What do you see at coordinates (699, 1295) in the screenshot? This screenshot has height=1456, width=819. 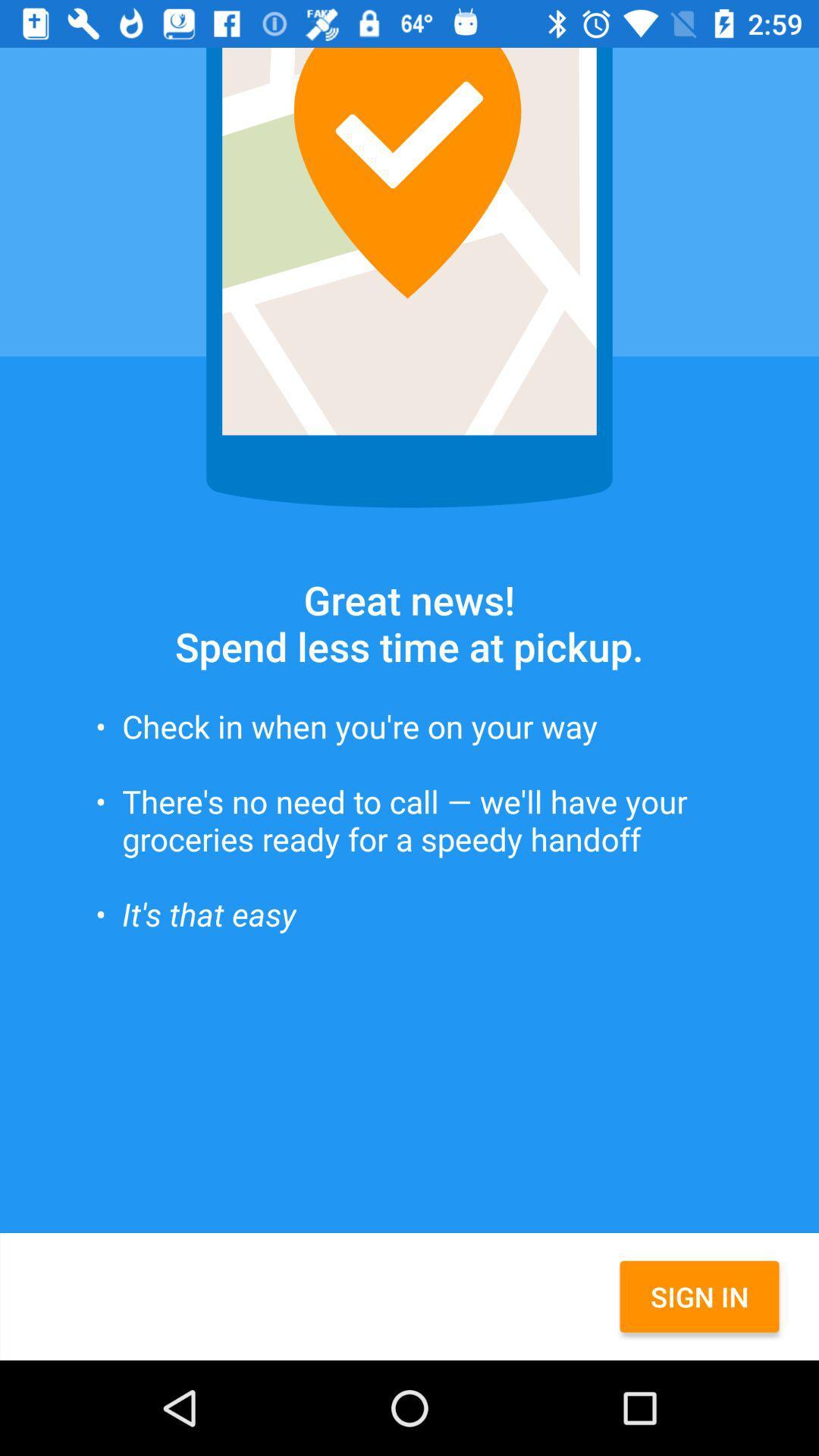 I see `sign in at the bottom right corner` at bounding box center [699, 1295].